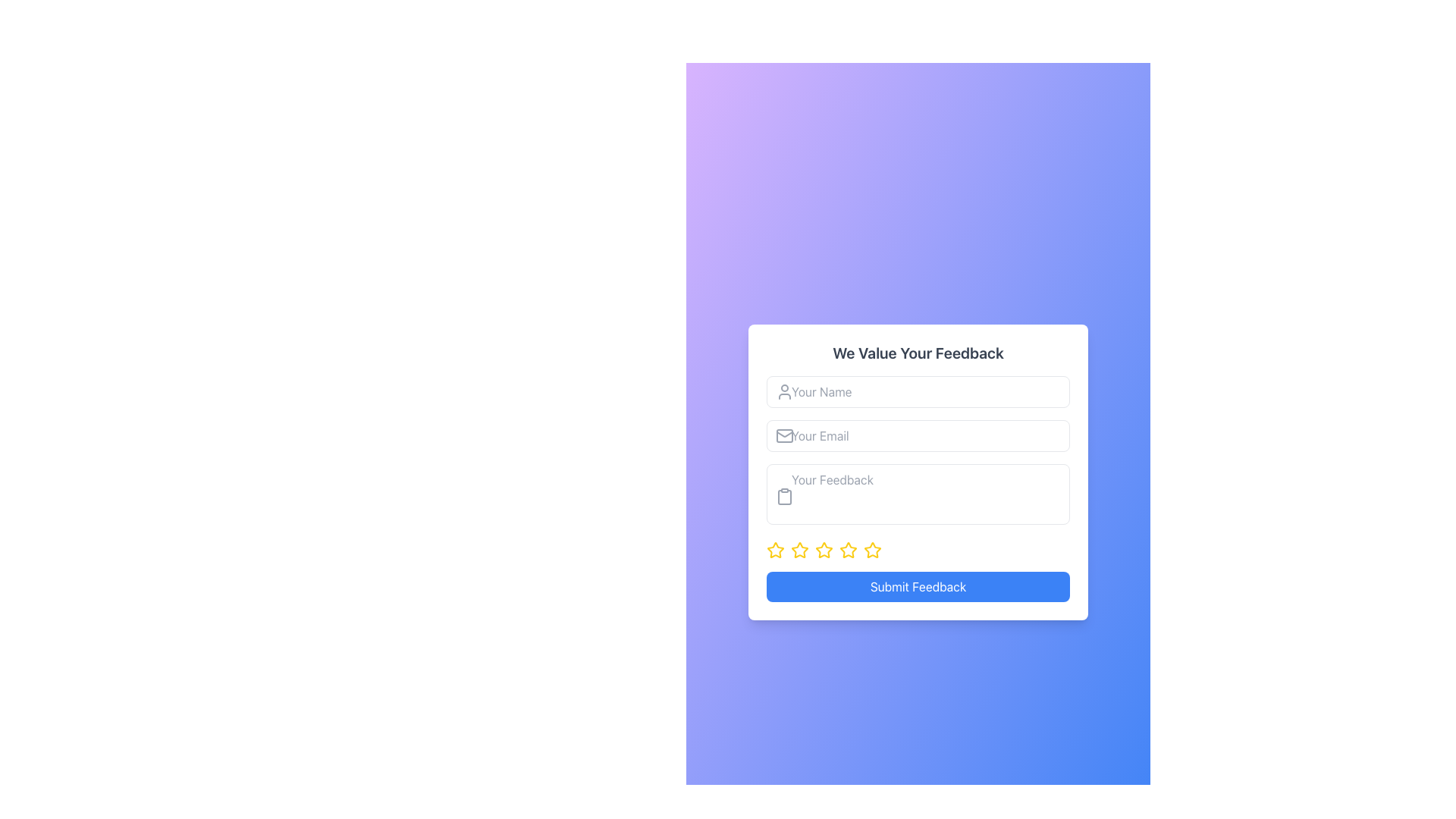 The image size is (1456, 819). I want to click on across the stars in the Rating Selector, so click(917, 550).